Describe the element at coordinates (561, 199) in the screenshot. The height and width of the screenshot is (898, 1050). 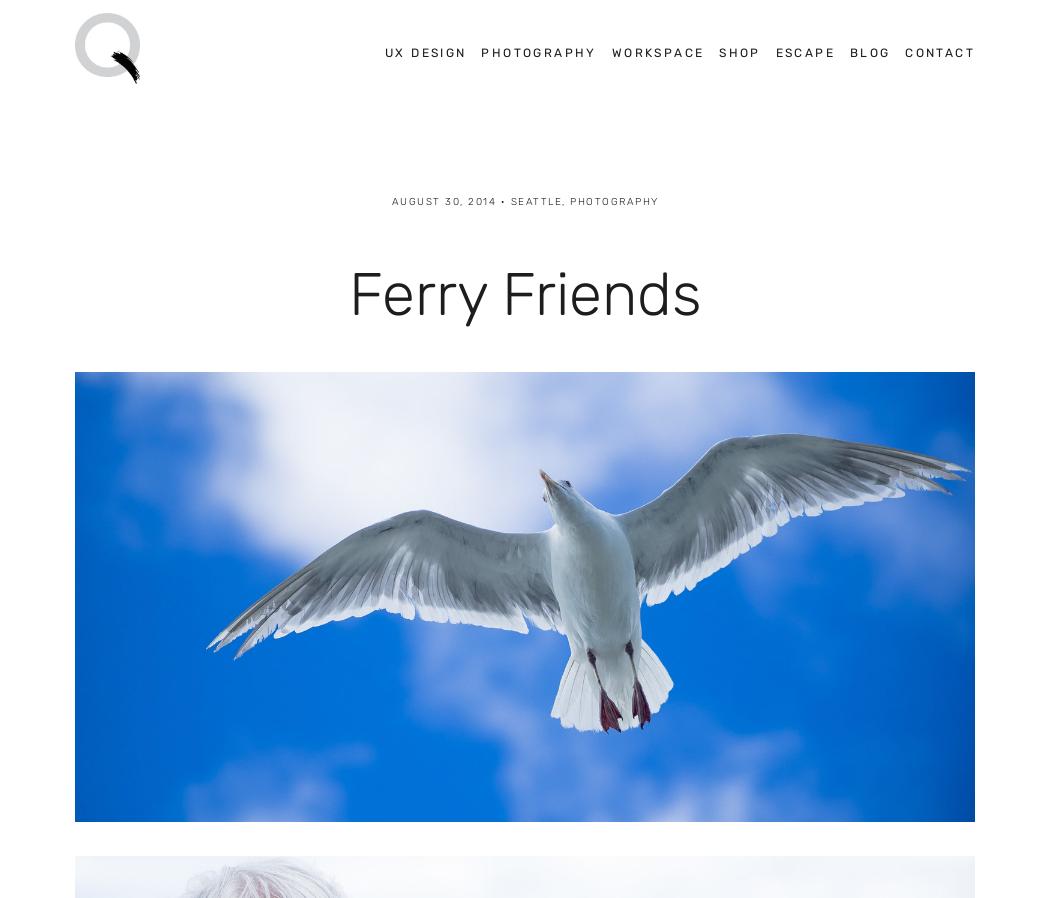
I see `','` at that location.